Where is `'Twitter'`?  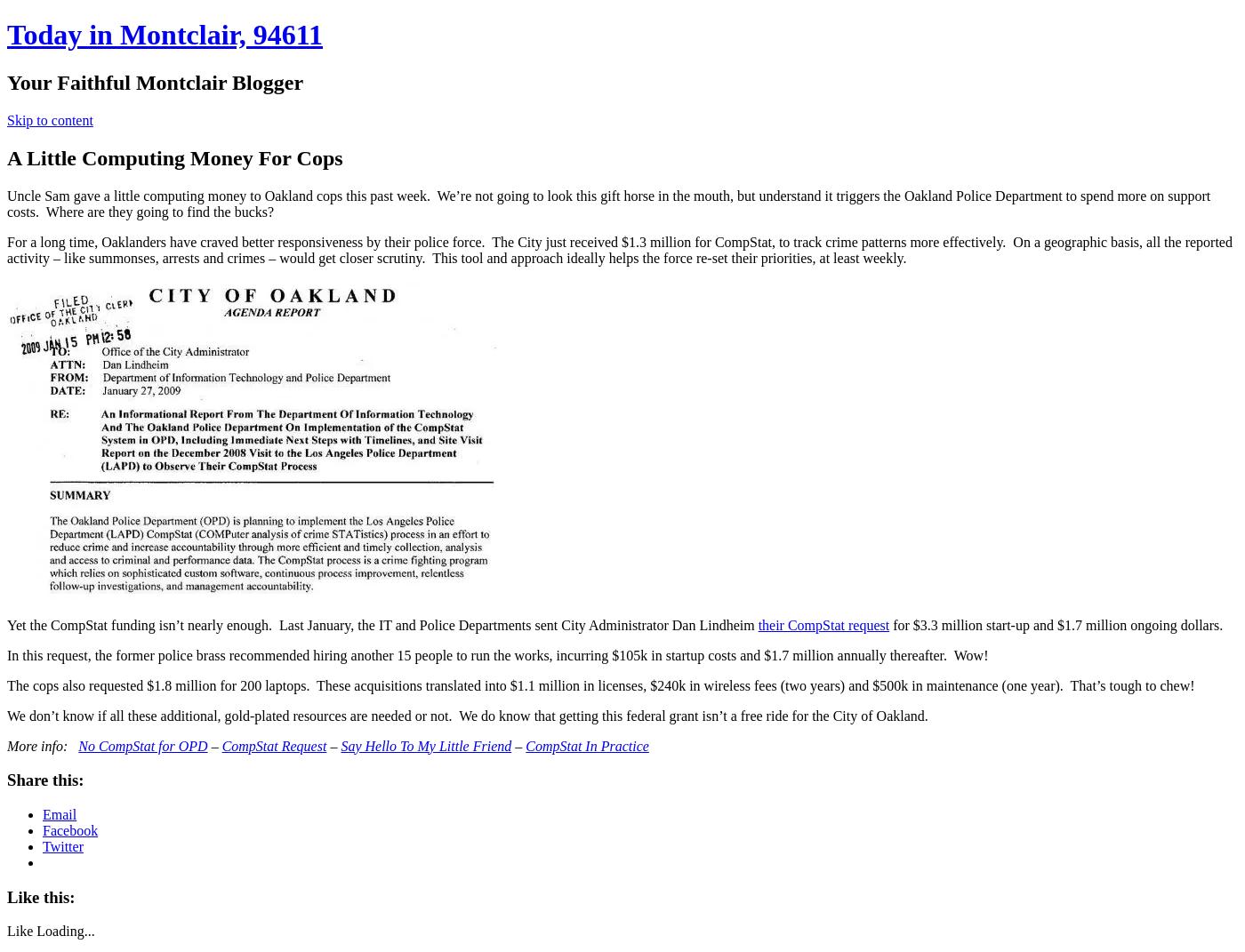 'Twitter' is located at coordinates (62, 845).